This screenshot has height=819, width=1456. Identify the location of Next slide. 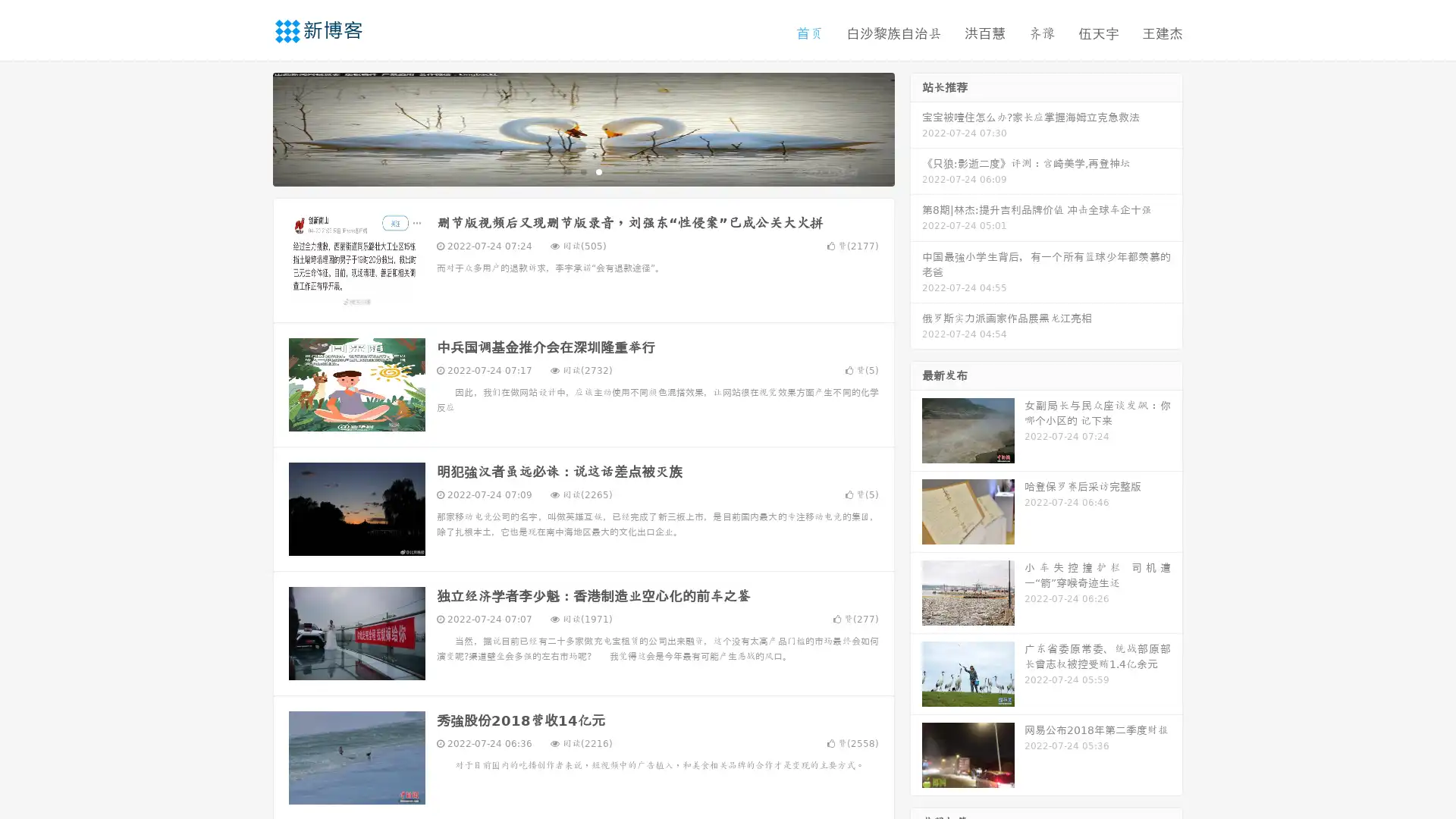
(916, 127).